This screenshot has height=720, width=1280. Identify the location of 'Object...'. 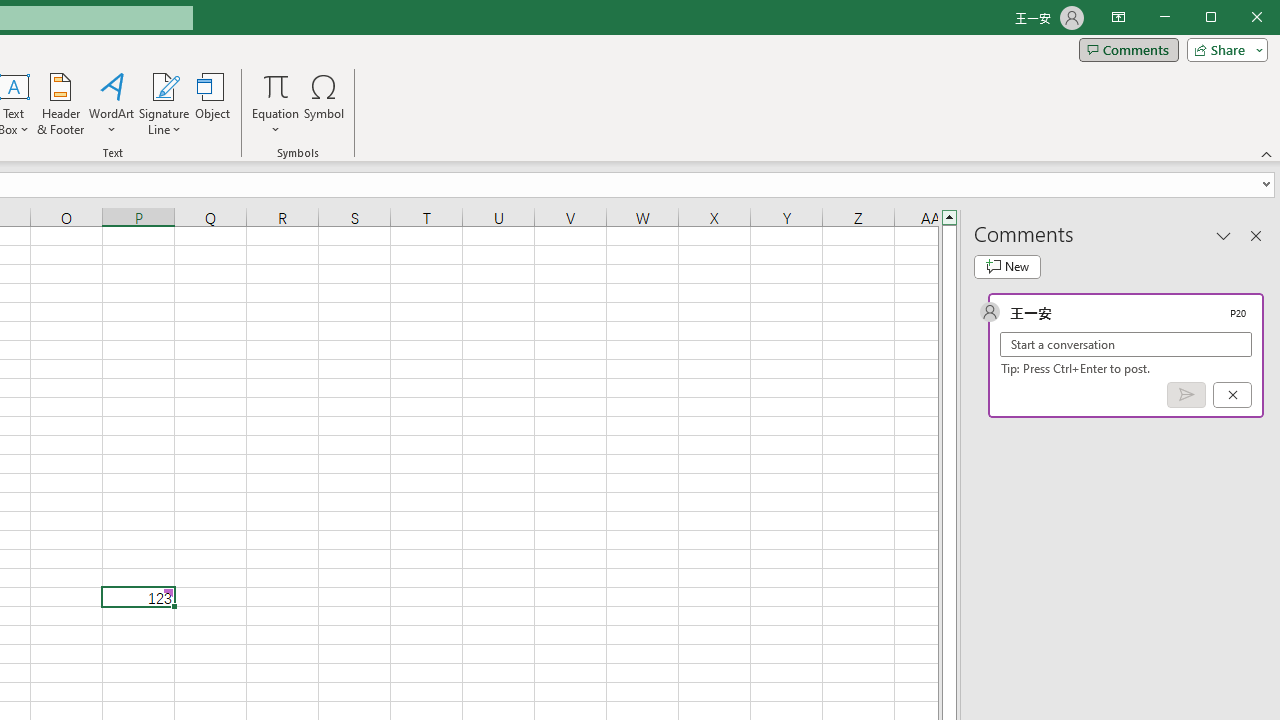
(213, 104).